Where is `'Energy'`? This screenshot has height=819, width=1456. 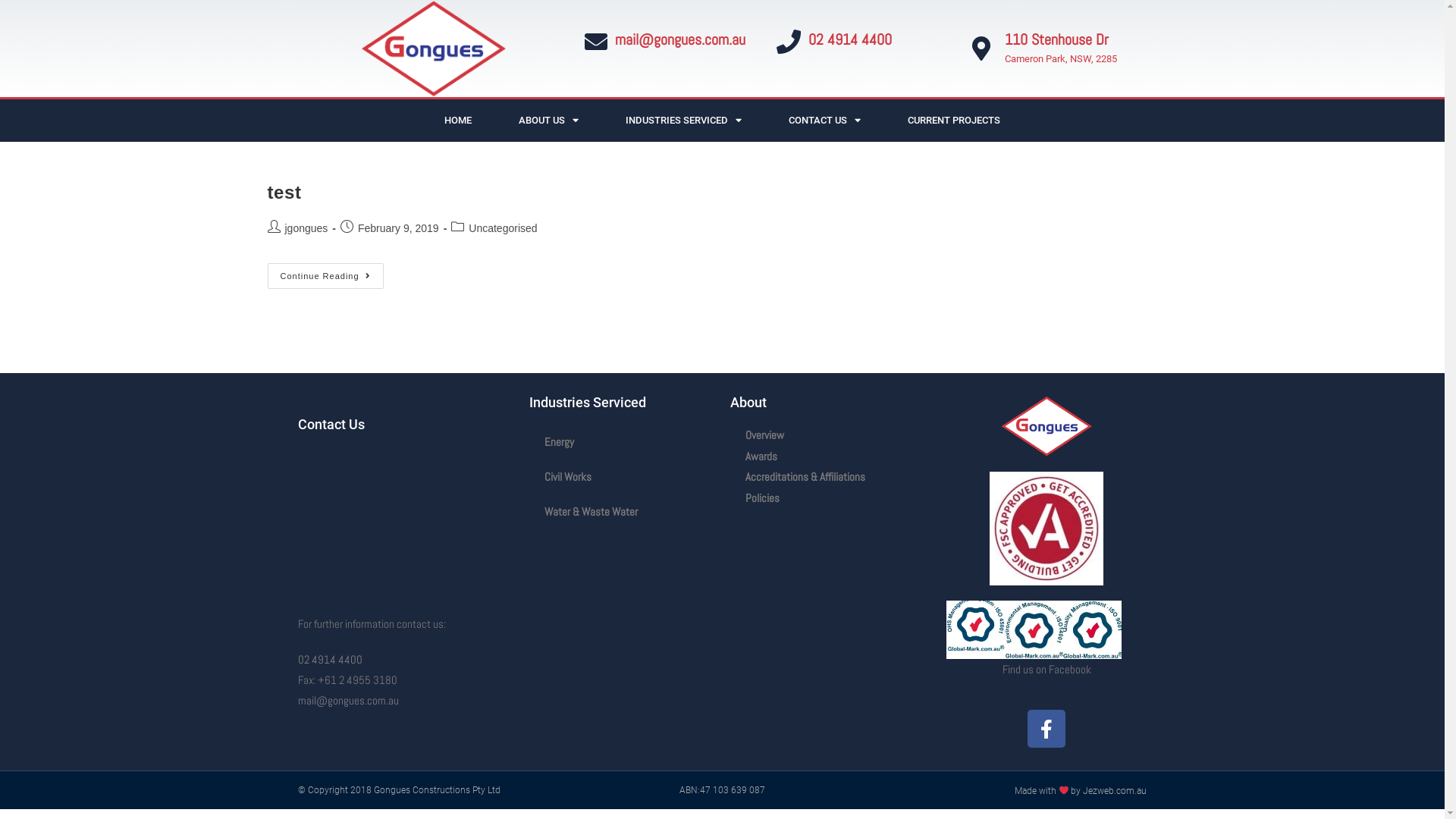 'Energy' is located at coordinates (622, 441).